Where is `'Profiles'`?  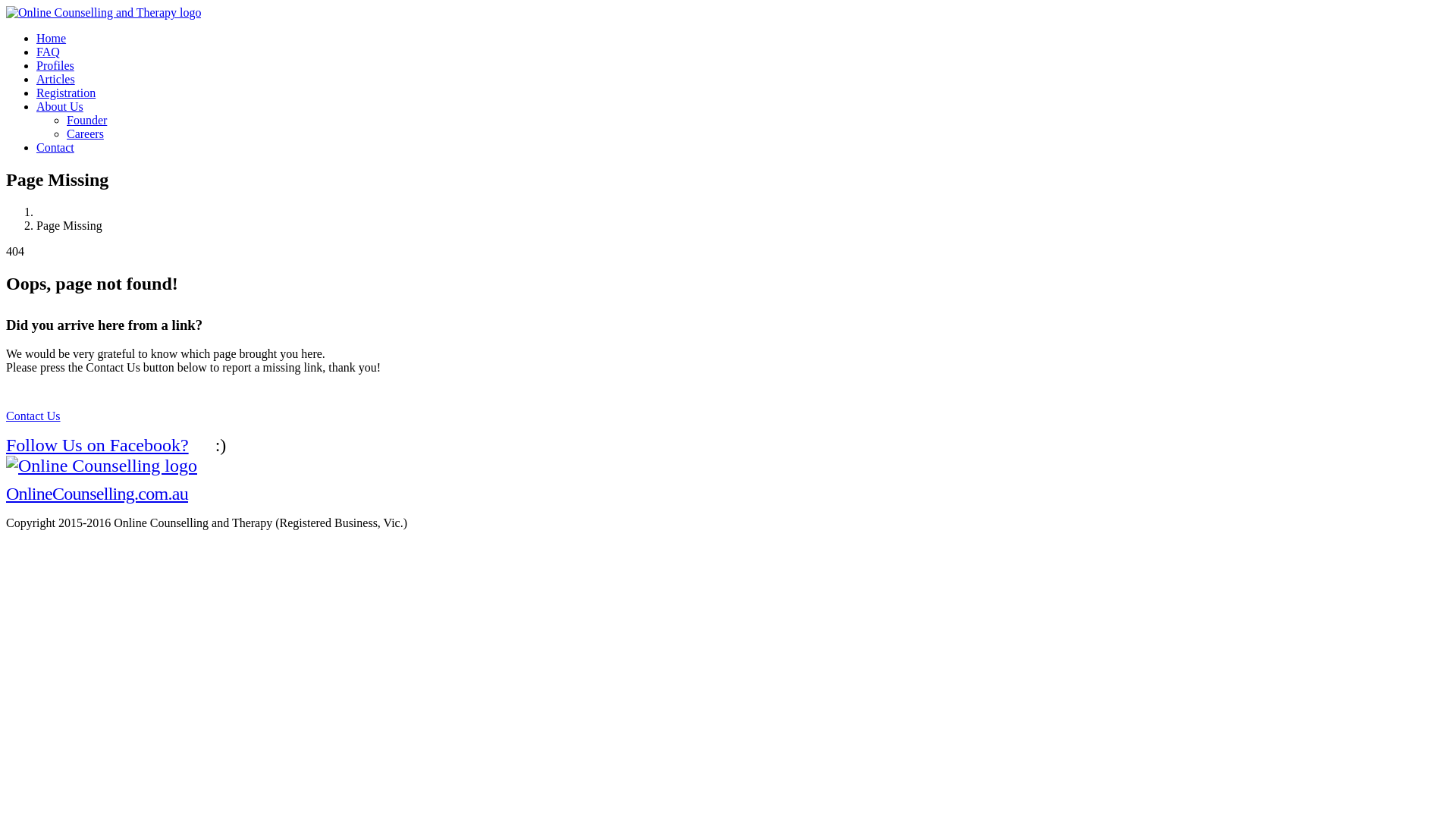 'Profiles' is located at coordinates (55, 64).